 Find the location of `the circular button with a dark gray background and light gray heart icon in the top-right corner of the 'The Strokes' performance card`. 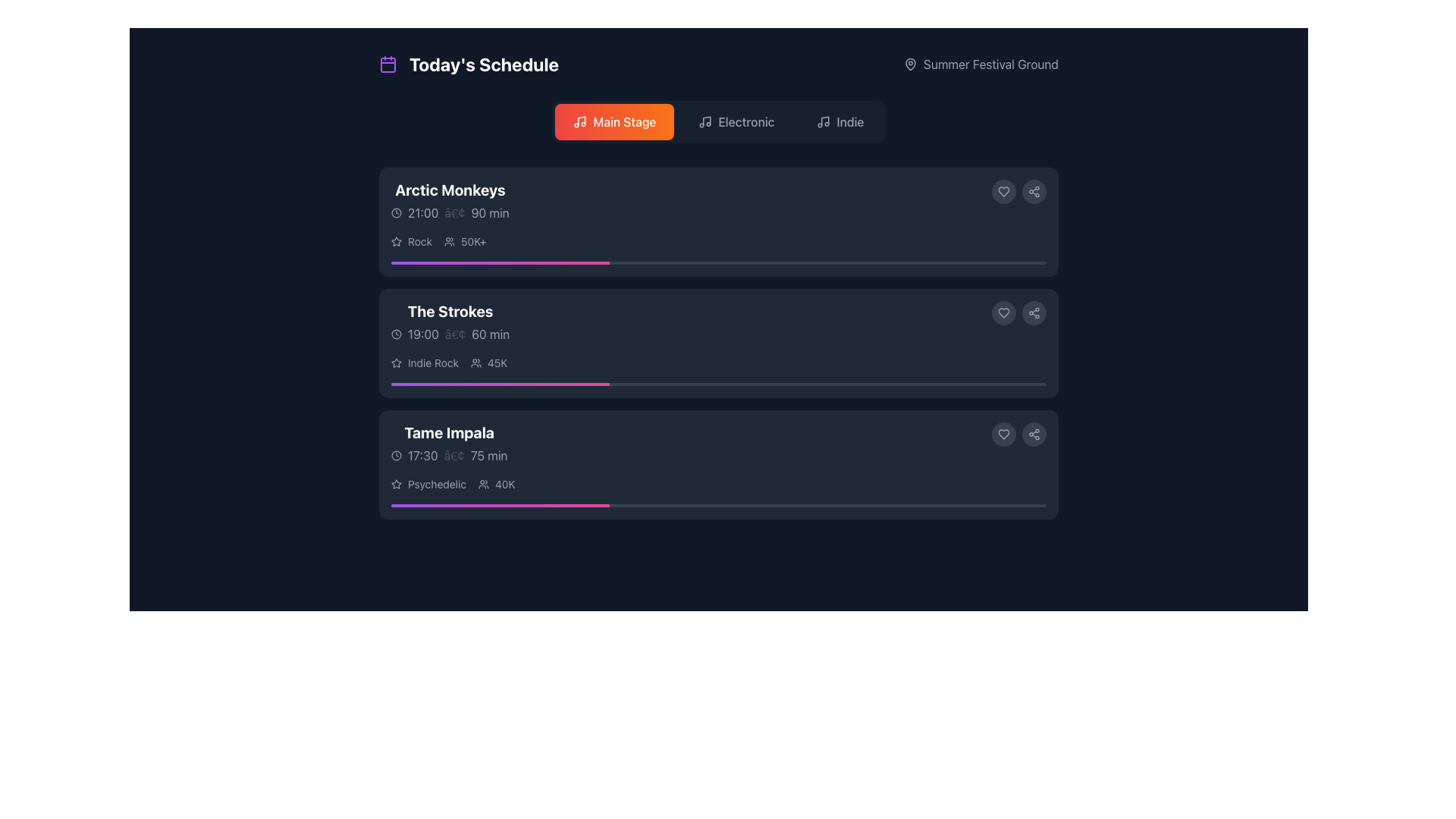

the circular button with a dark gray background and light gray heart icon in the top-right corner of the 'The Strokes' performance card is located at coordinates (1004, 312).